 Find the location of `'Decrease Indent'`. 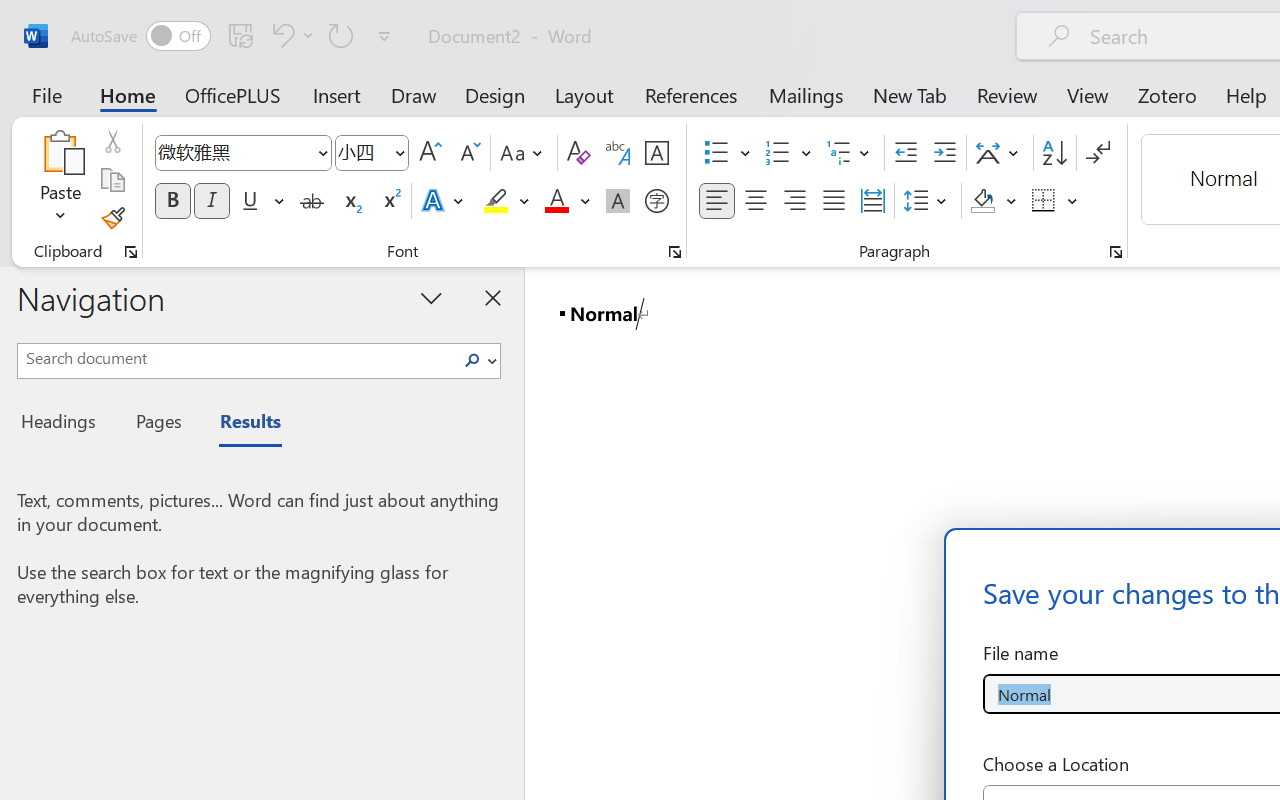

'Decrease Indent' is located at coordinates (905, 153).